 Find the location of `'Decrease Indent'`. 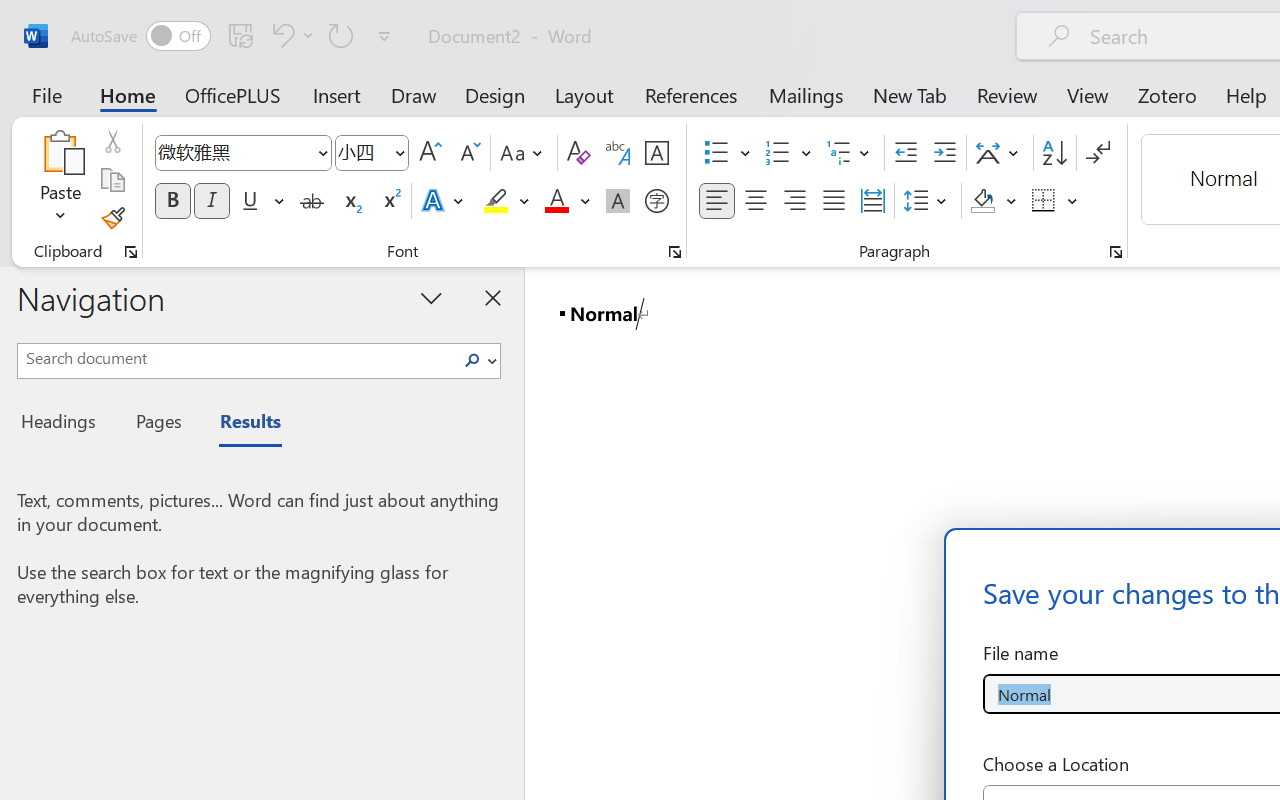

'Decrease Indent' is located at coordinates (905, 153).